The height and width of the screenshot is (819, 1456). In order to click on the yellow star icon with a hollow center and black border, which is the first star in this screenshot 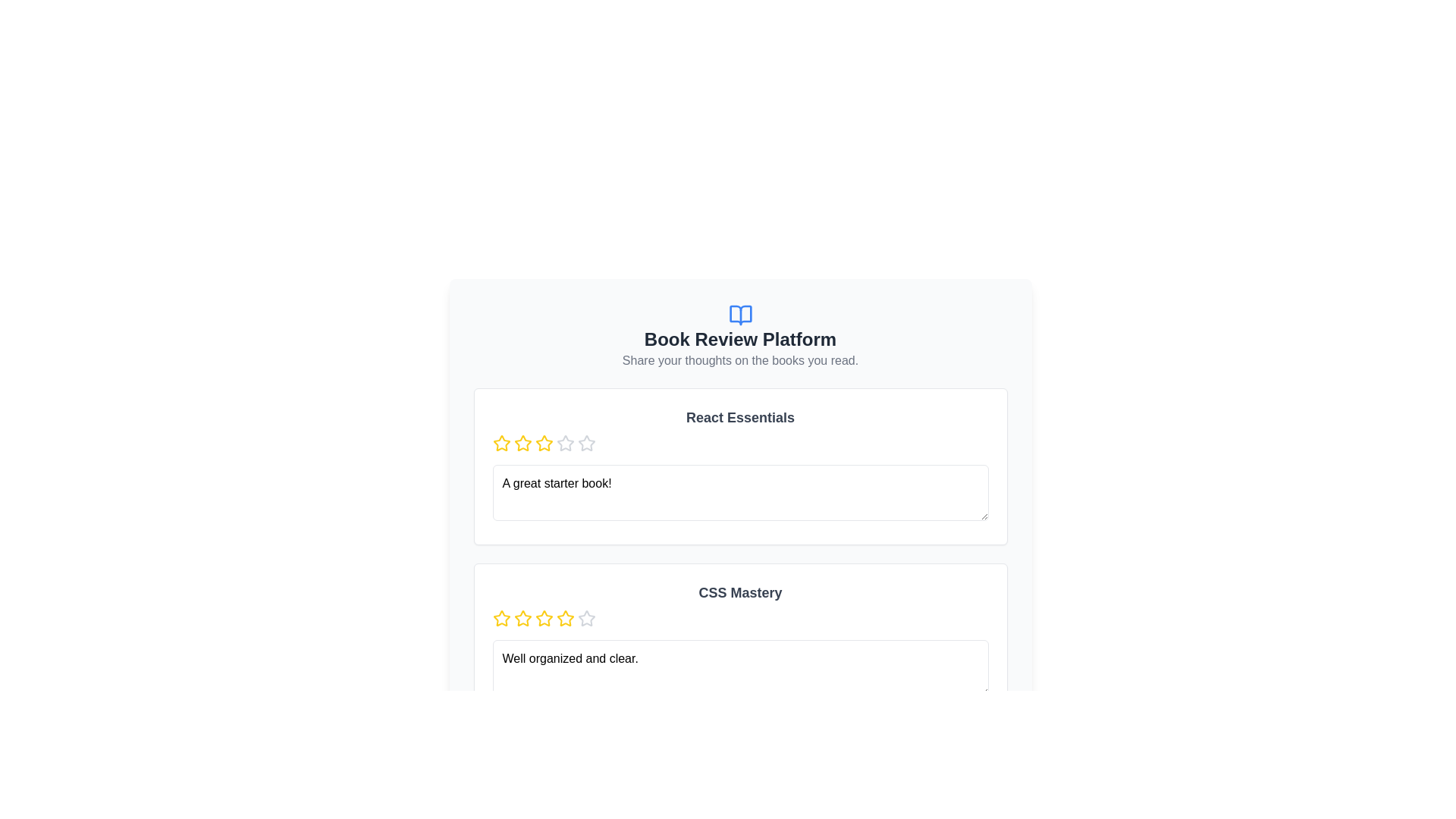, I will do `click(501, 618)`.